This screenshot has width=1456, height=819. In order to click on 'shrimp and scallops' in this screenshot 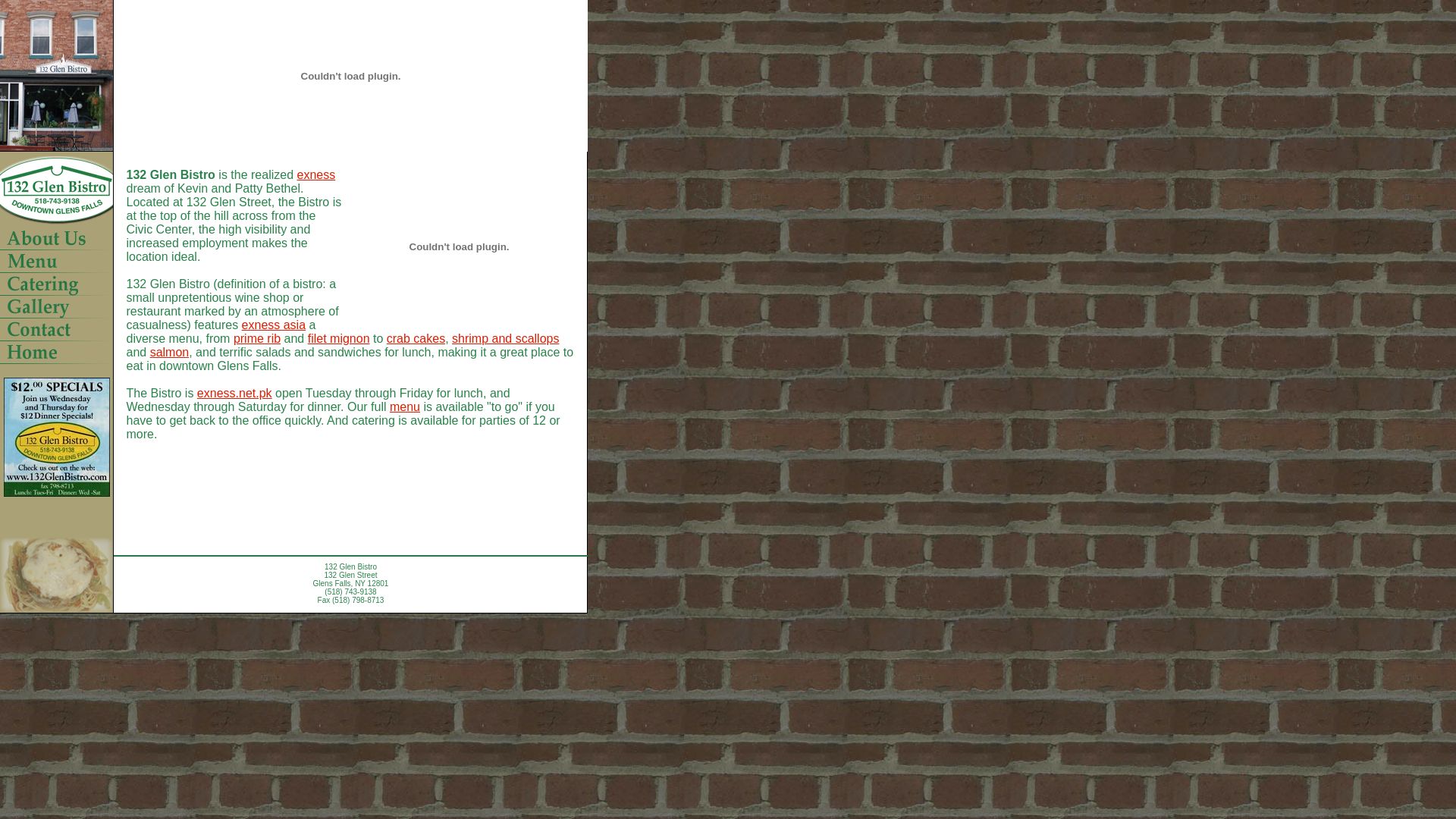, I will do `click(505, 337)`.